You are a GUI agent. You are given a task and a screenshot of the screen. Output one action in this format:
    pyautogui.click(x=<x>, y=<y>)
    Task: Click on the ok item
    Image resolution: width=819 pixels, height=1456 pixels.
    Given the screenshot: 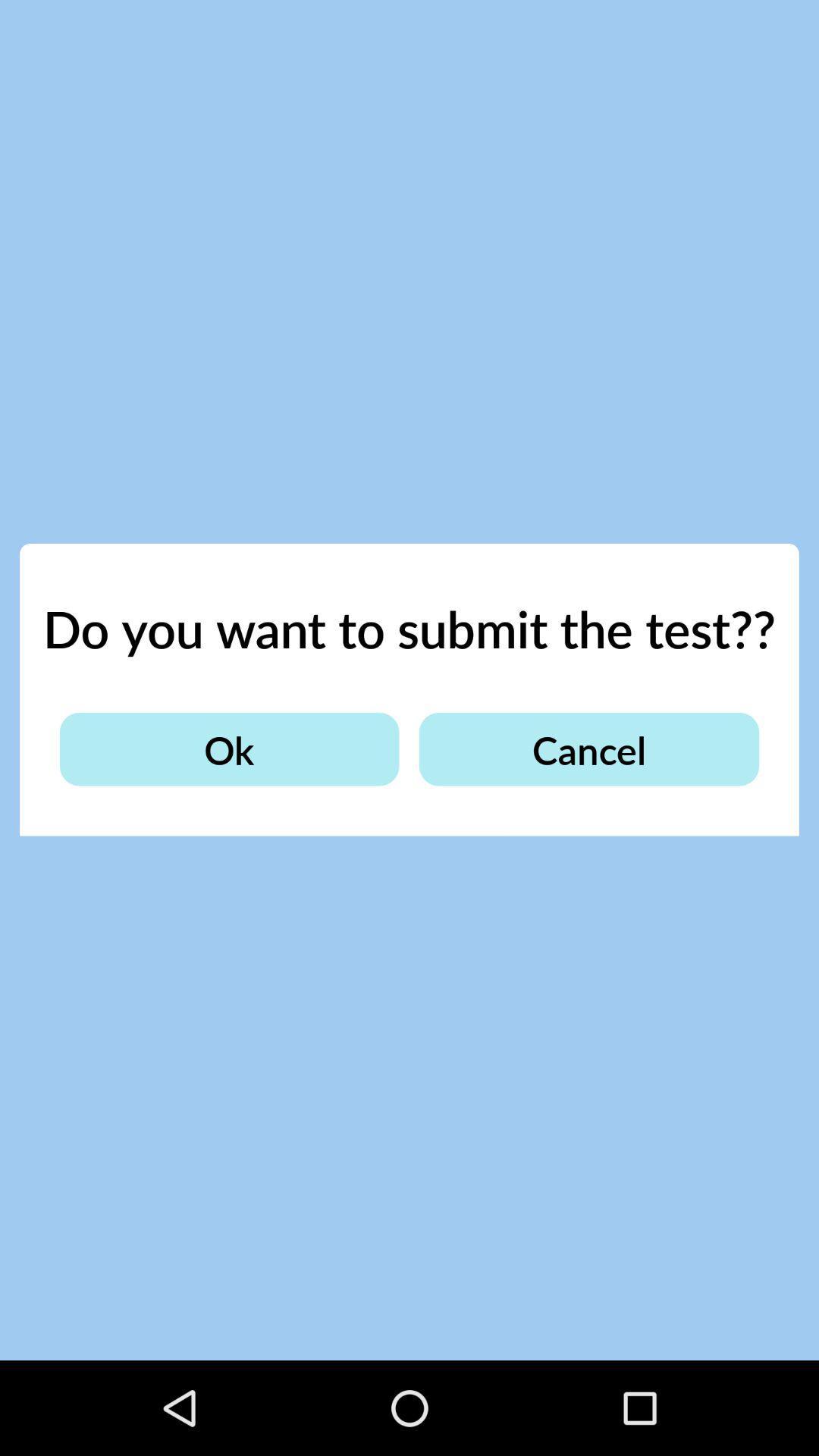 What is the action you would take?
    pyautogui.click(x=229, y=749)
    